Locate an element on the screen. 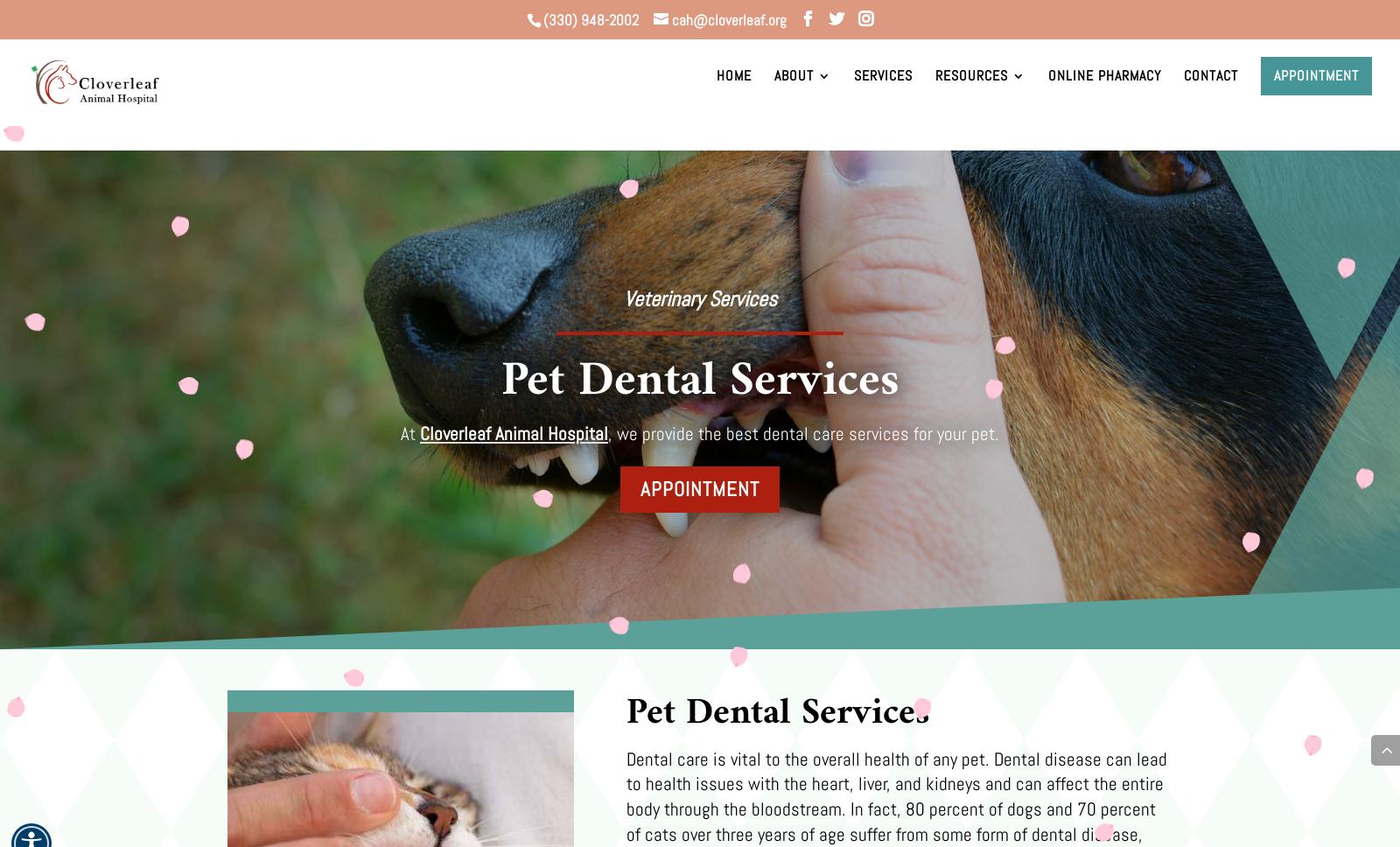 The image size is (1400, 847). 'Euthanasia Consent Form' is located at coordinates (1179, 269).